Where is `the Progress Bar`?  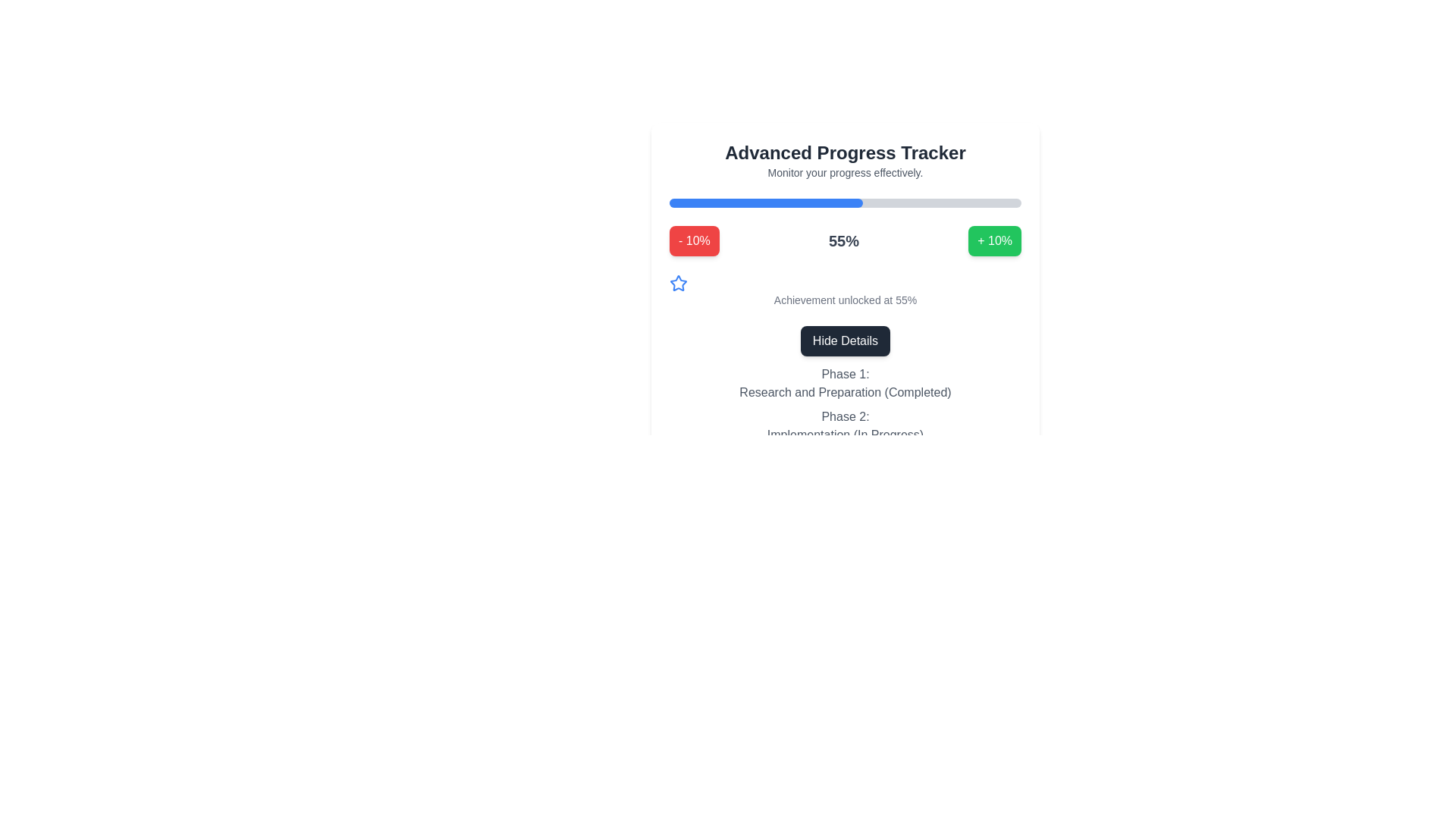 the Progress Bar is located at coordinates (844, 202).